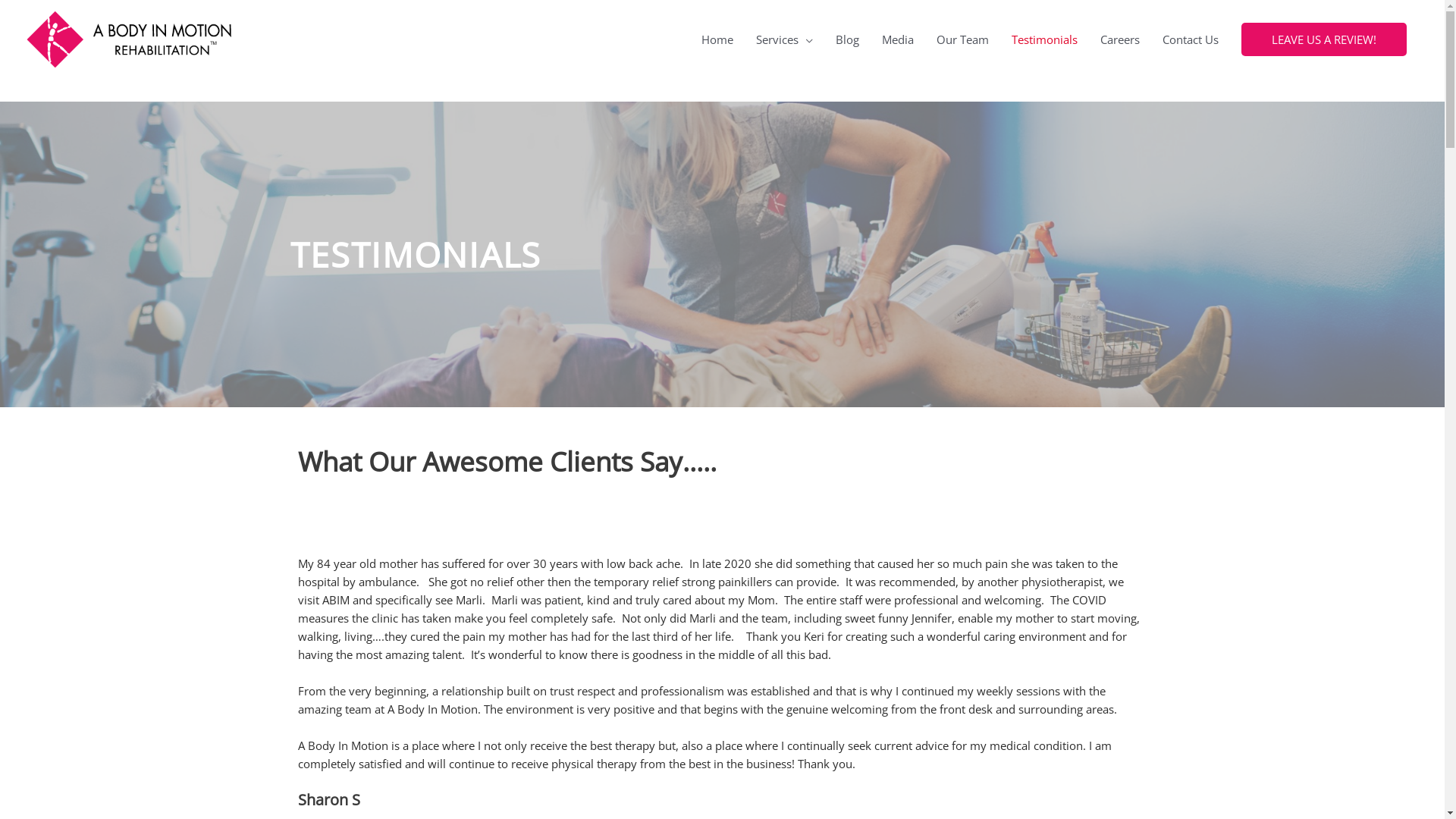  Describe the element at coordinates (962, 38) in the screenshot. I see `'Our Team'` at that location.